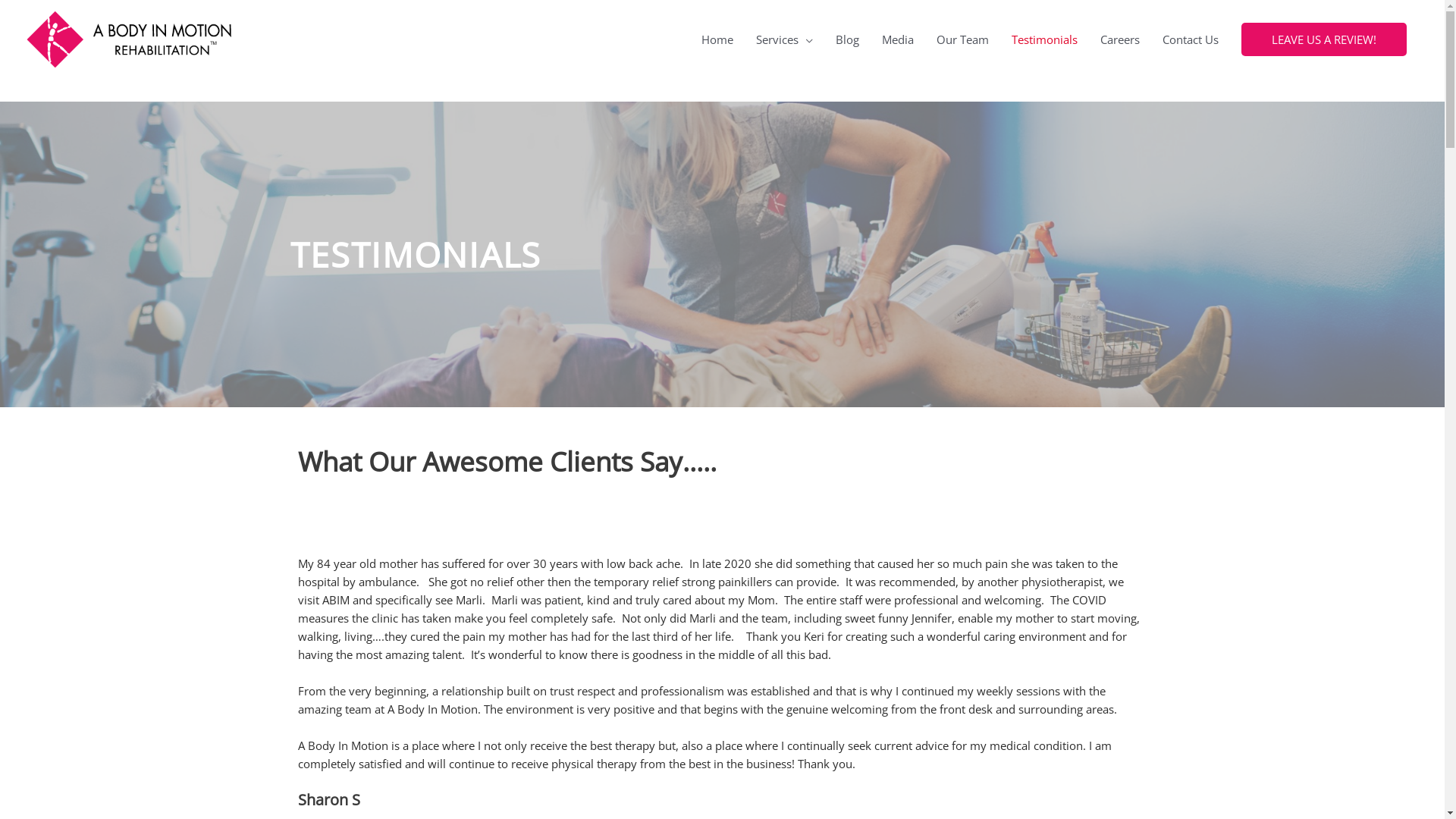  Describe the element at coordinates (962, 38) in the screenshot. I see `'Our Team'` at that location.